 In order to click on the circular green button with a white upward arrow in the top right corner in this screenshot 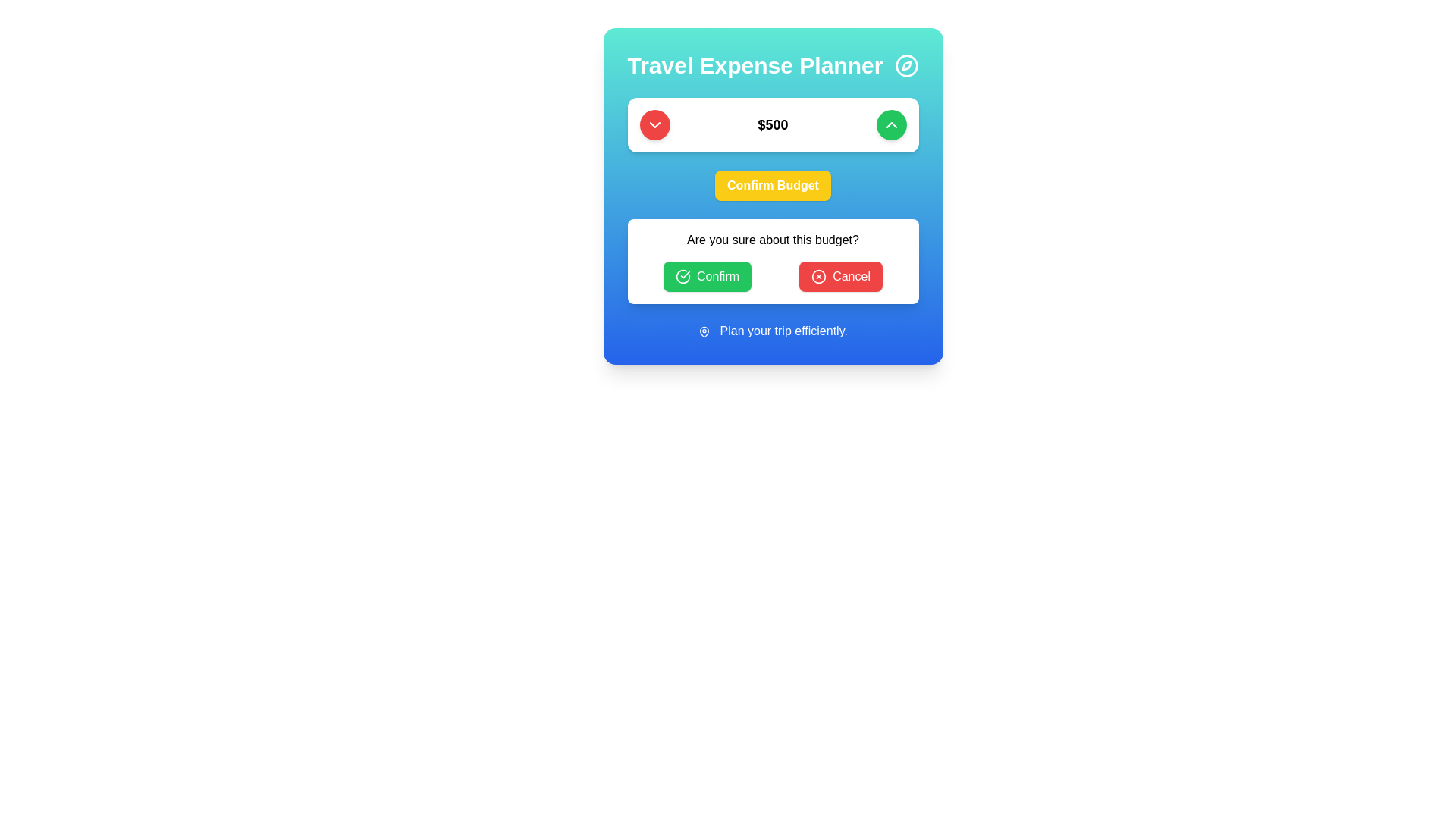, I will do `click(891, 124)`.